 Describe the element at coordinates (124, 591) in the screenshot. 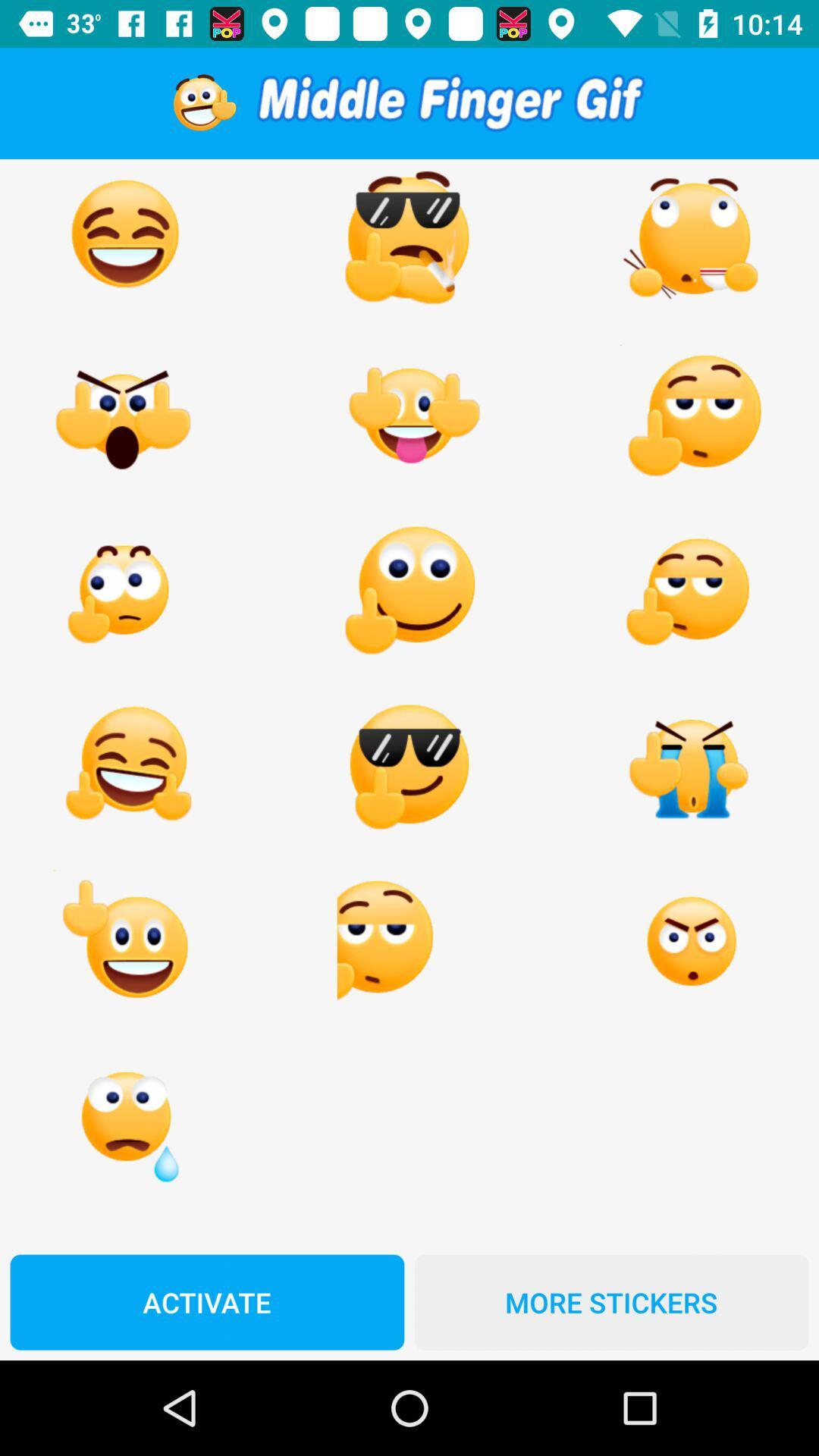

I see `the 3rd left side emoji` at that location.